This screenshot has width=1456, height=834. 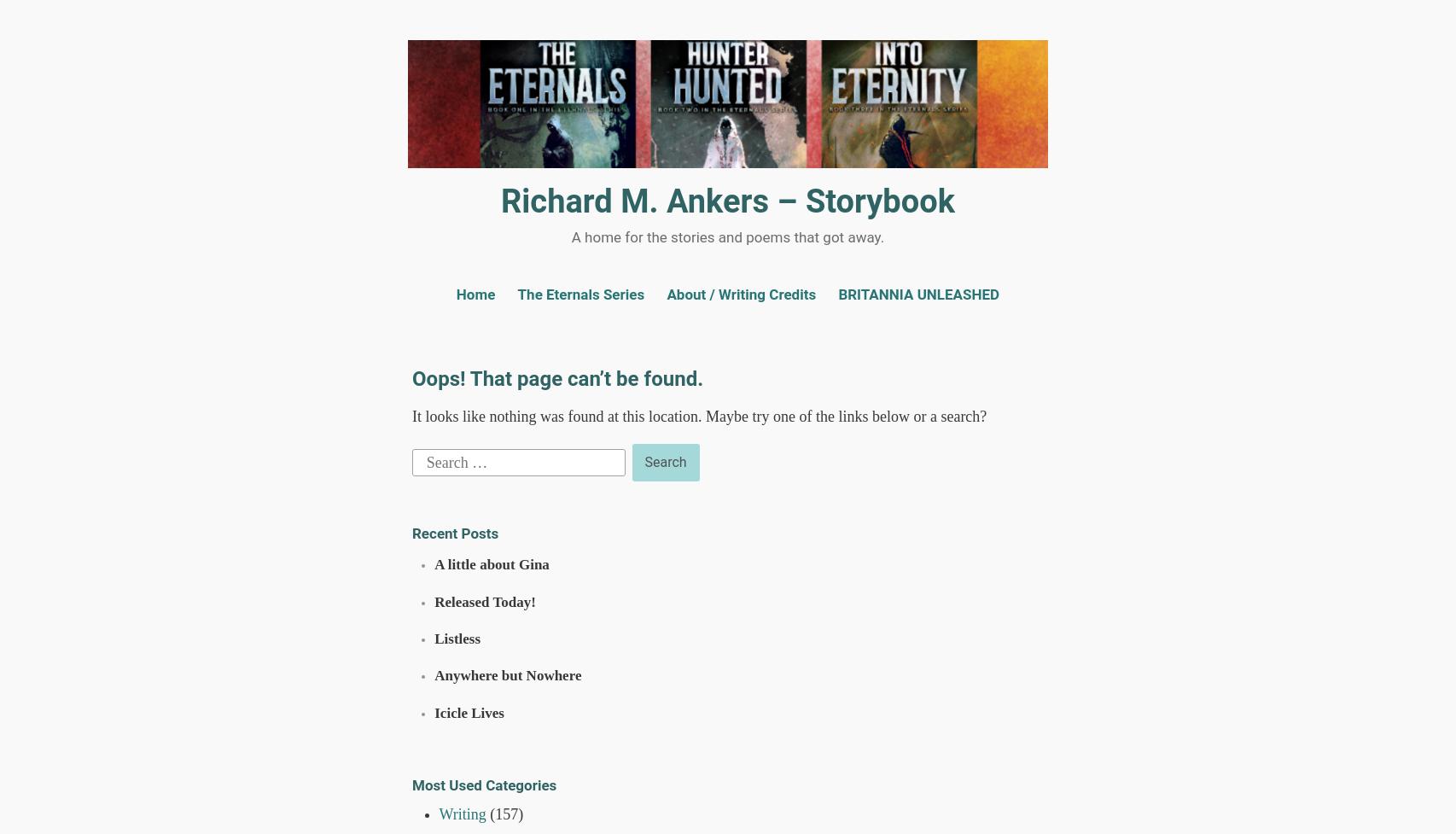 I want to click on 'Most Used Categories', so click(x=483, y=783).